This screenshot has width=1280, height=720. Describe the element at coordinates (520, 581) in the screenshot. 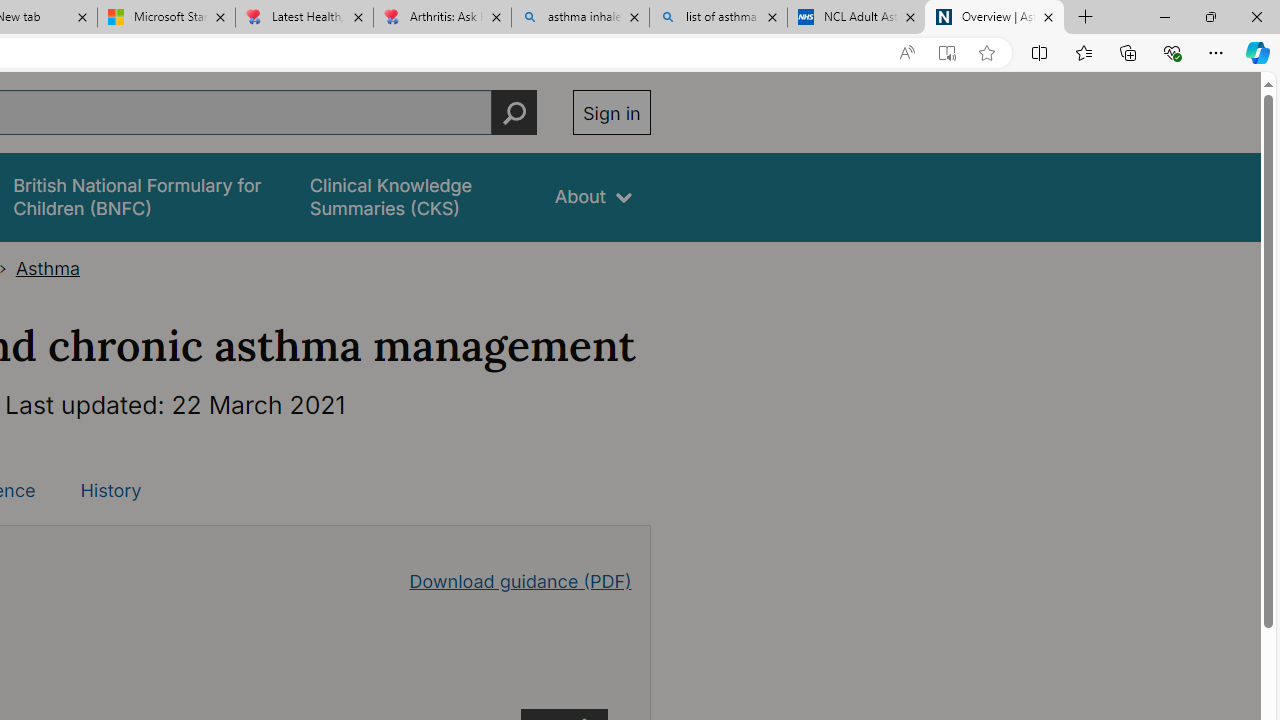

I see `'Download guidance (PDF)'` at that location.